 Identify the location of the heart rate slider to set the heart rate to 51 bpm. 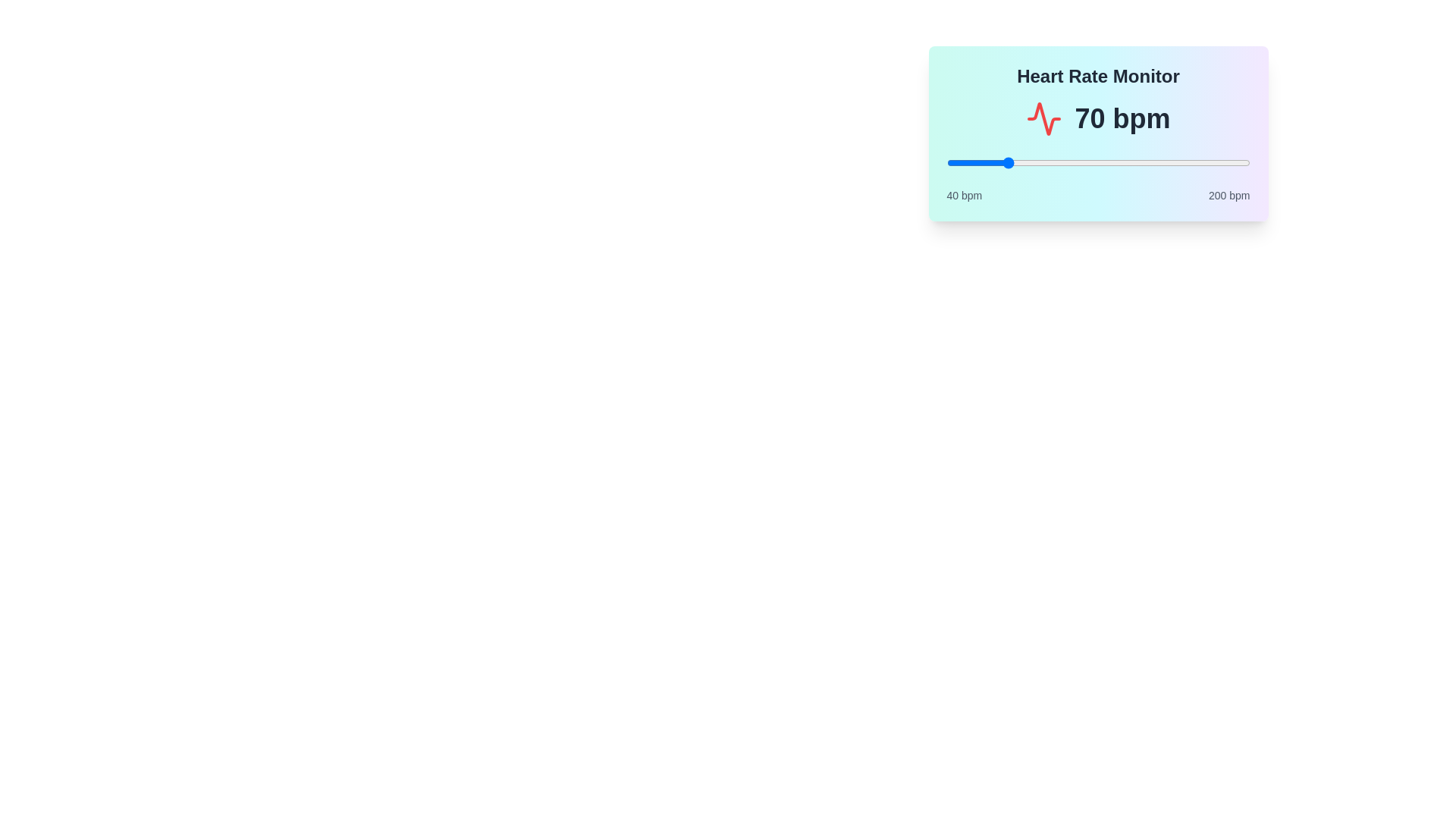
(967, 163).